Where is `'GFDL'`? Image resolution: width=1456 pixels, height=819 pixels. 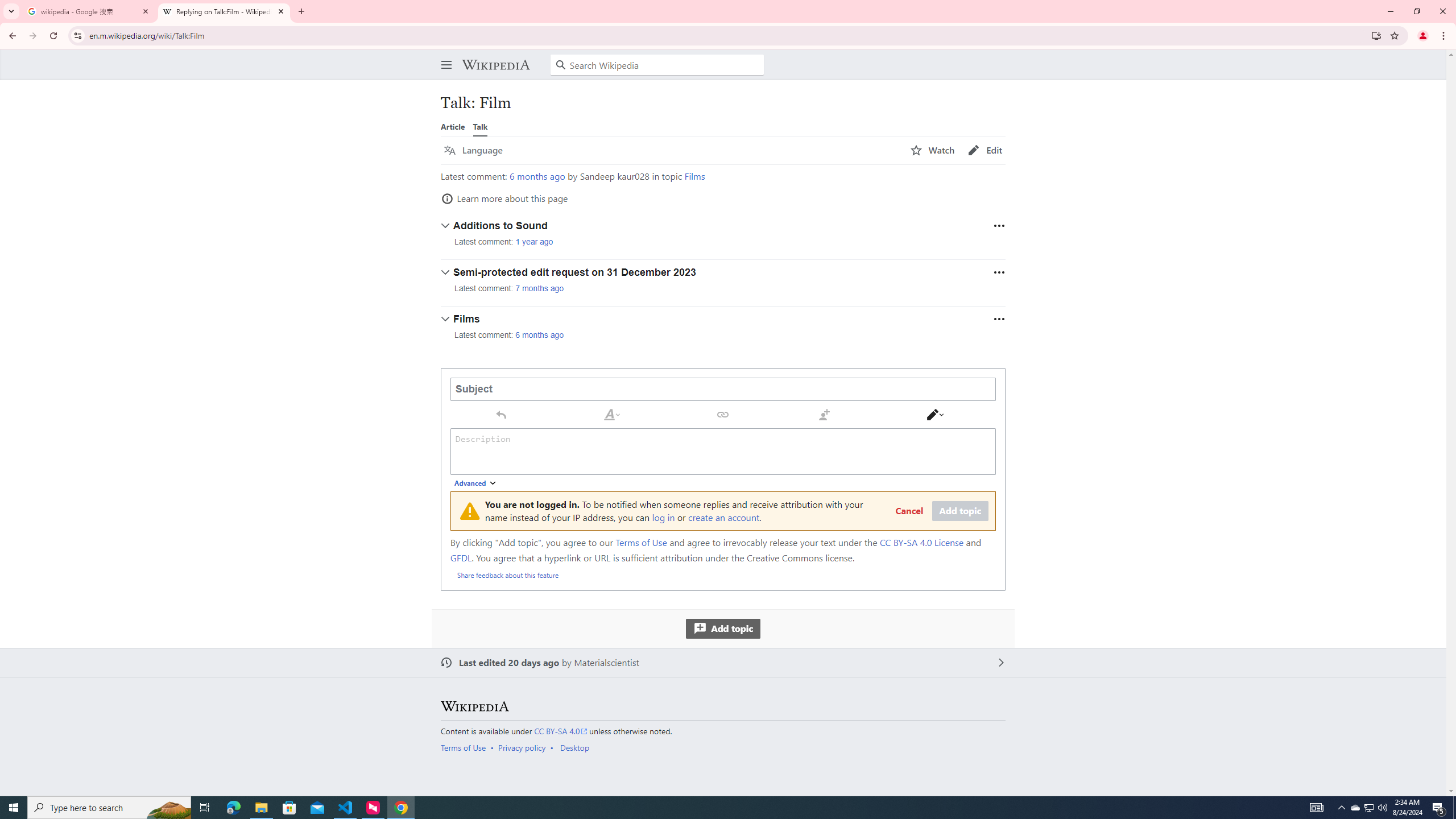
'GFDL' is located at coordinates (461, 556).